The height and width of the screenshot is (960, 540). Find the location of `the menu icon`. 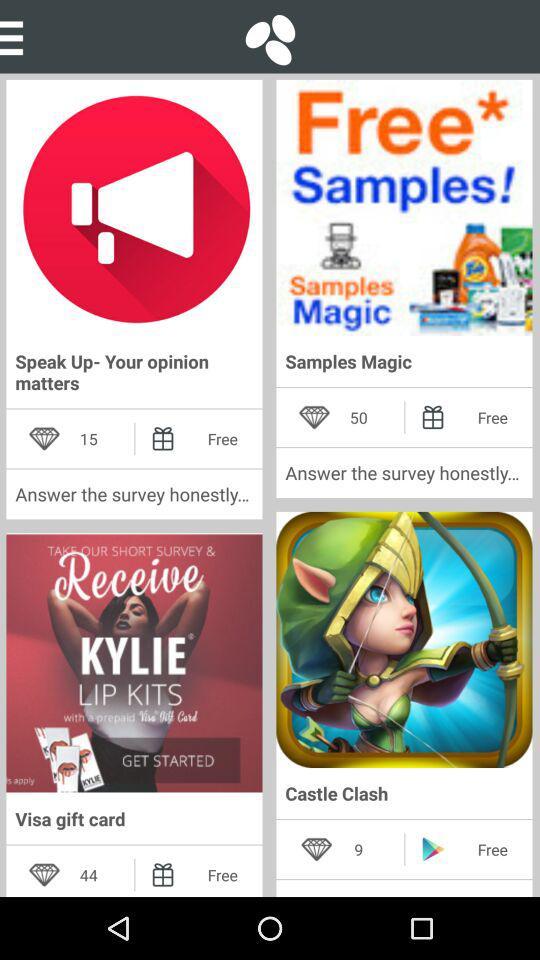

the menu icon is located at coordinates (17, 35).